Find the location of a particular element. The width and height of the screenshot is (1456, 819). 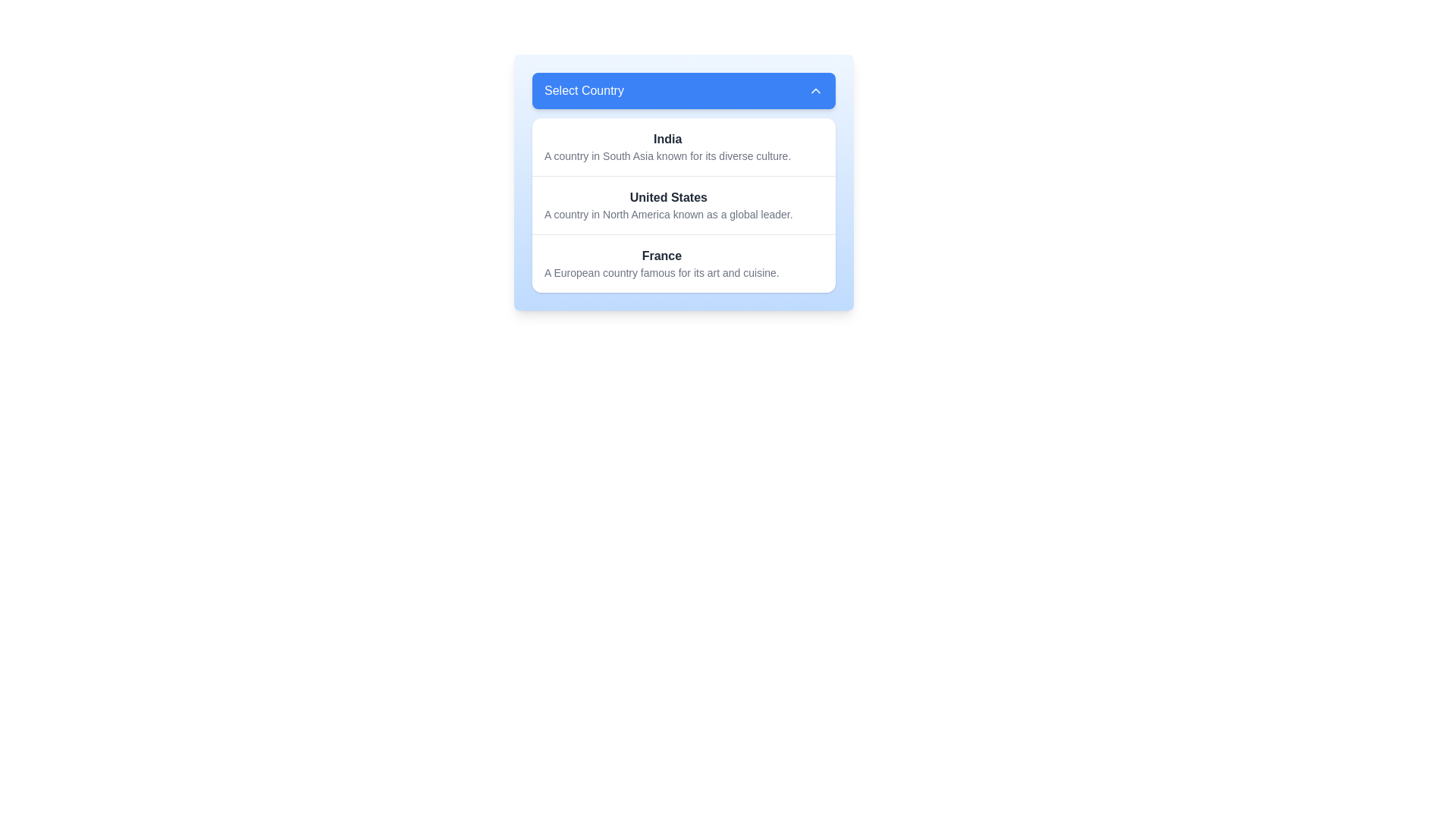

the second list item in the dropdown menu that displays information about the United States, positioned between 'India' and 'France' is located at coordinates (683, 205).